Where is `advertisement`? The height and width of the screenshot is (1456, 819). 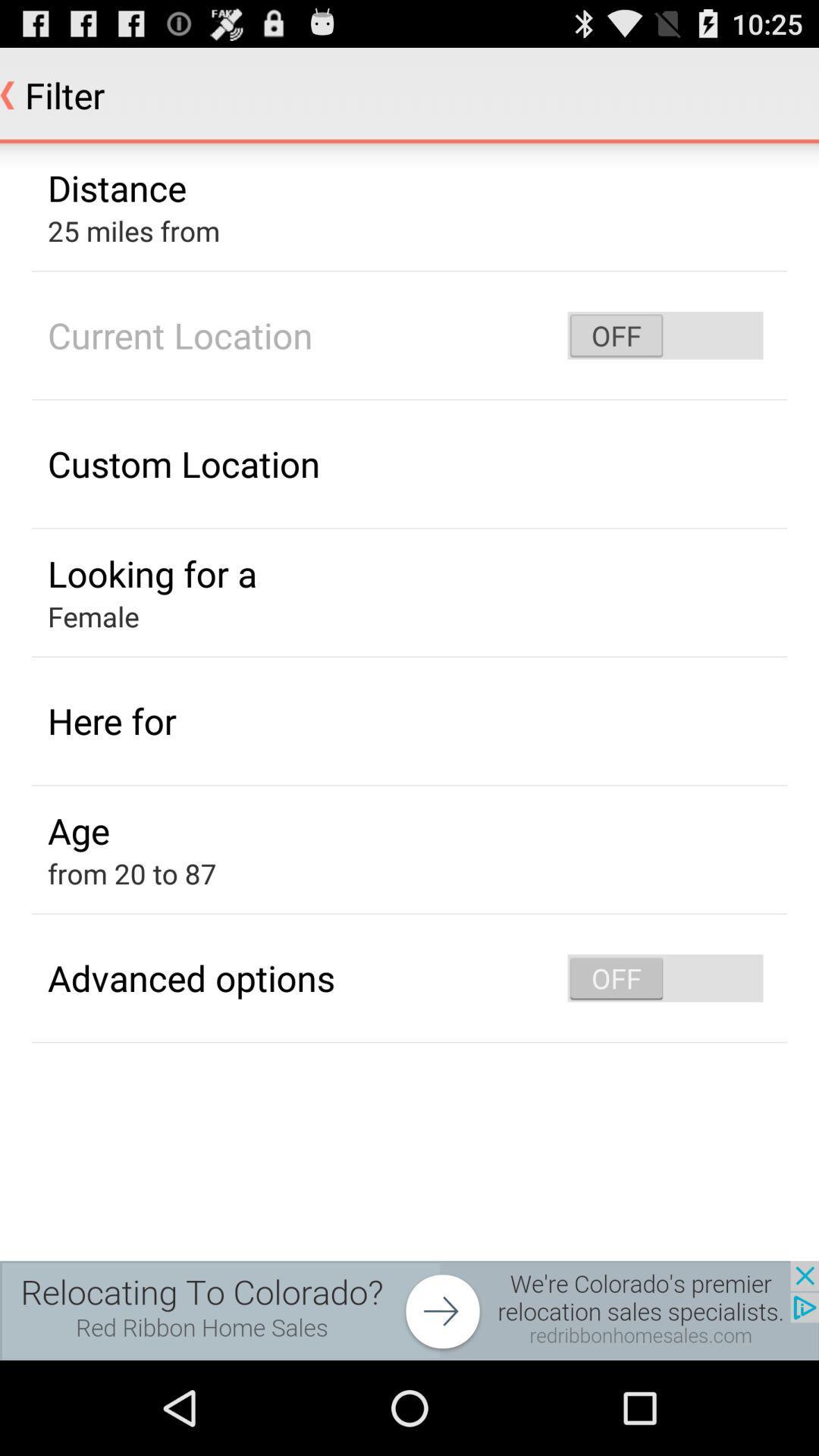 advertisement is located at coordinates (409, 1310).